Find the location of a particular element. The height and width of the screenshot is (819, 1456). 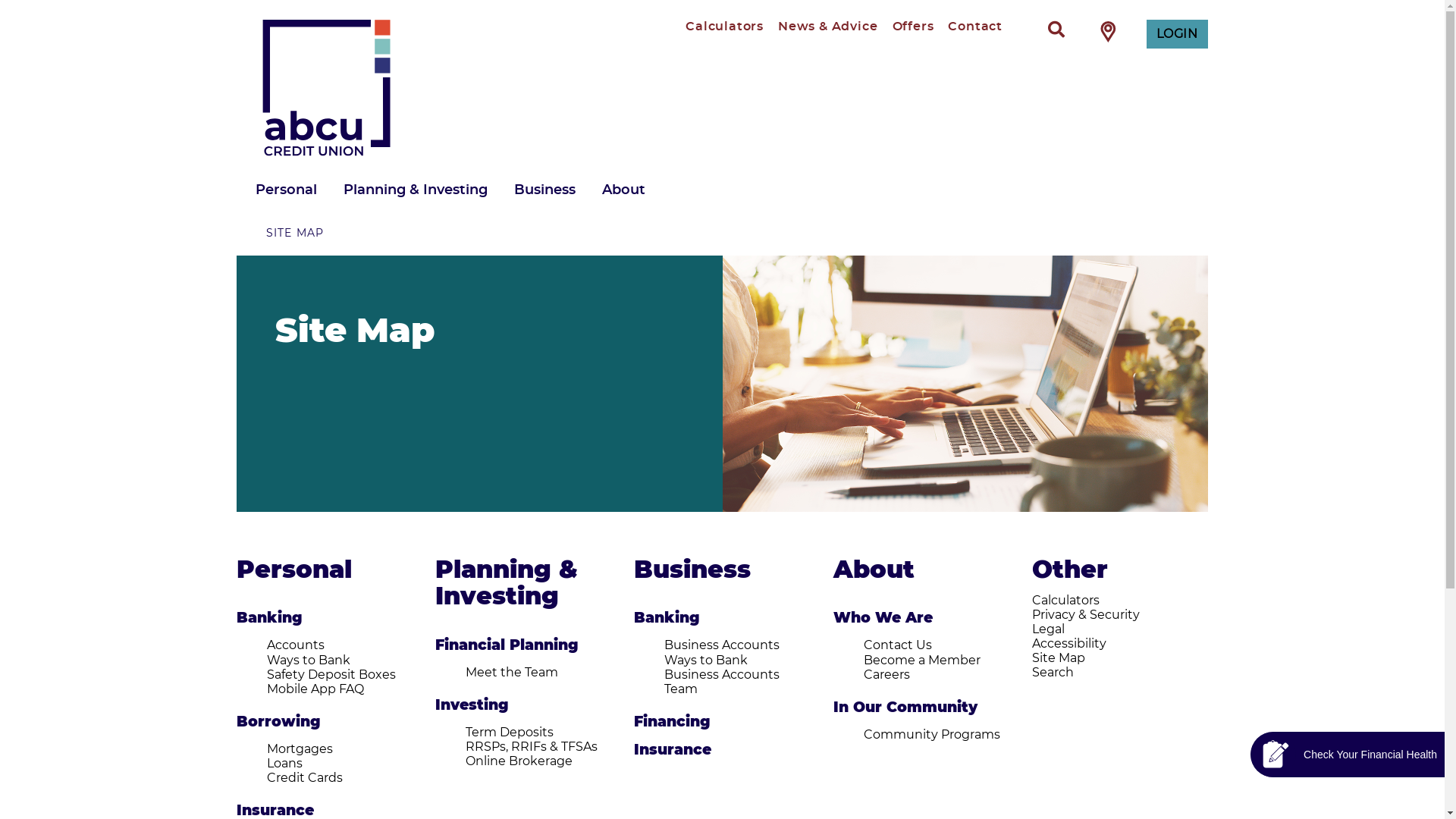

'Credit Cards' is located at coordinates (304, 778).